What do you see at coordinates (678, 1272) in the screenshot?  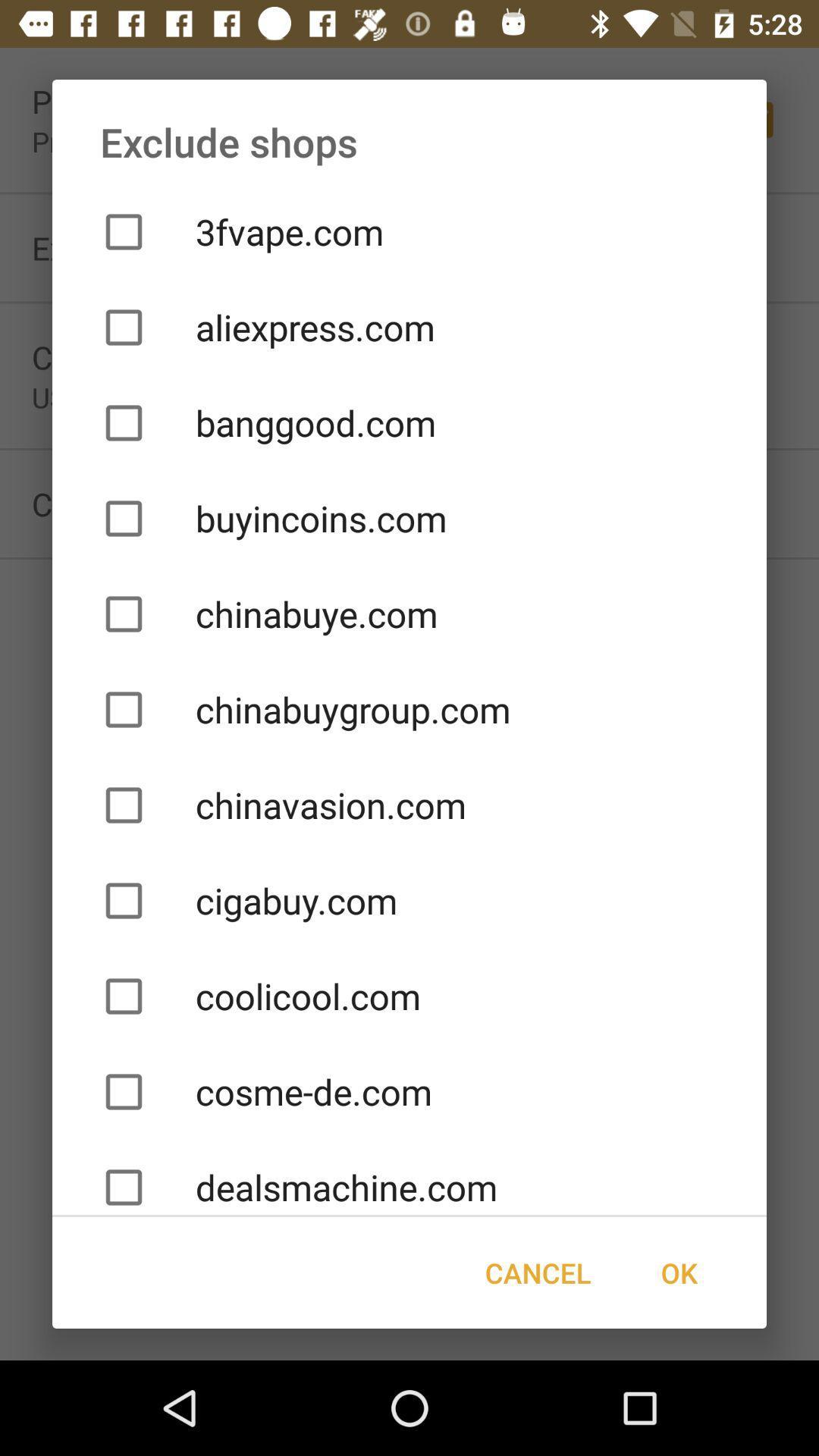 I see `item next to cancel` at bounding box center [678, 1272].